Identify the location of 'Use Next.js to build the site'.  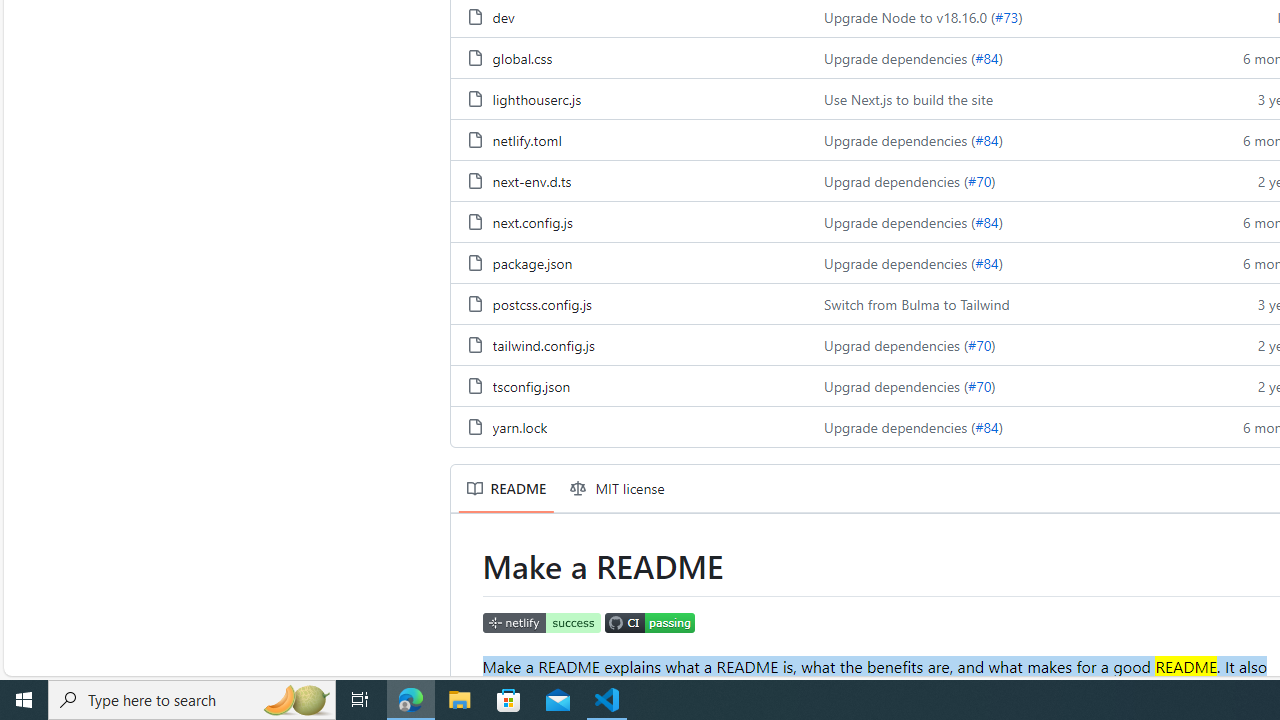
(907, 99).